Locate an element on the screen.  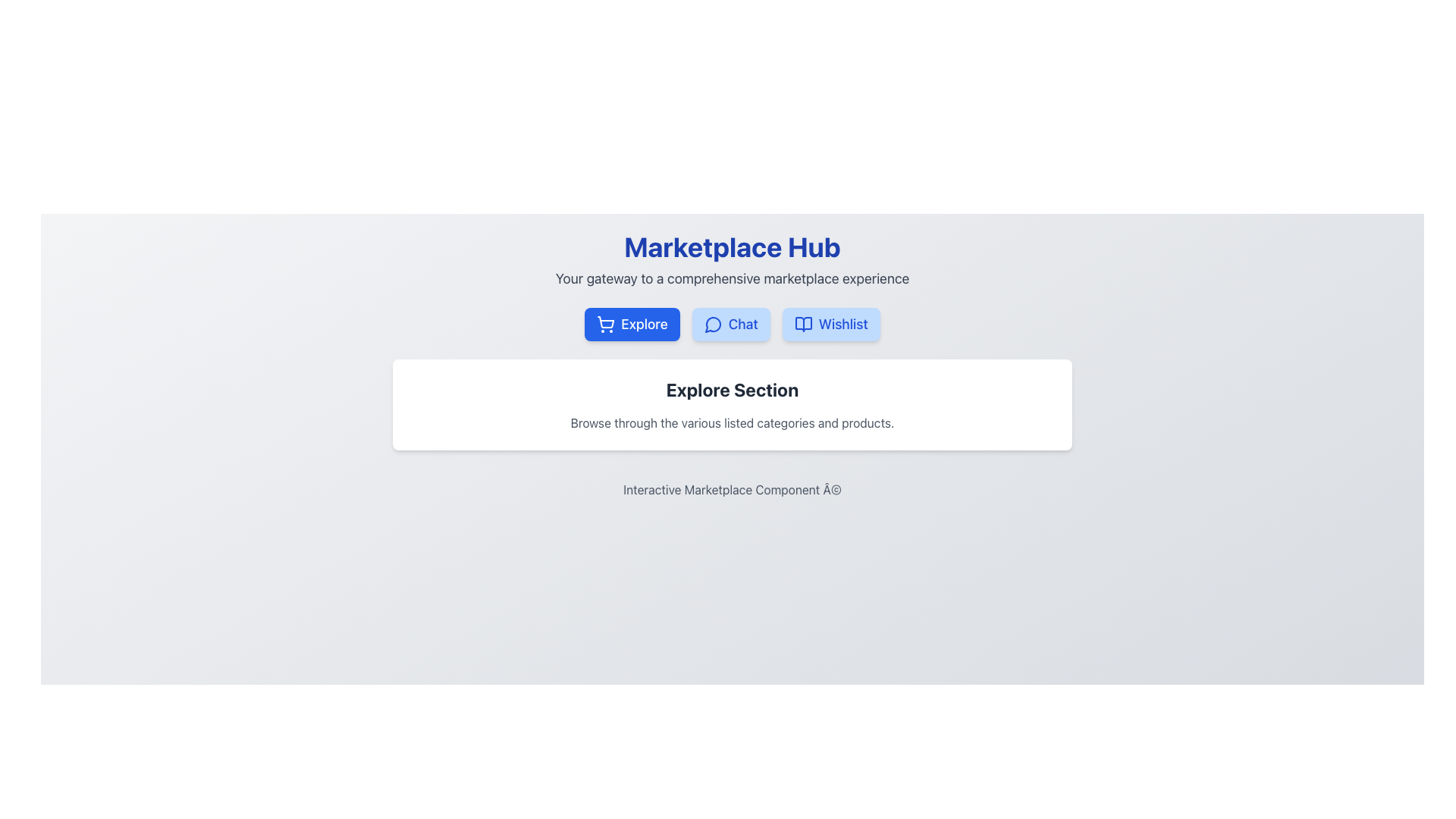
the 'Chat' icon located in the middle of the row of three buttons under the 'Marketplace Hub' header is located at coordinates (712, 324).